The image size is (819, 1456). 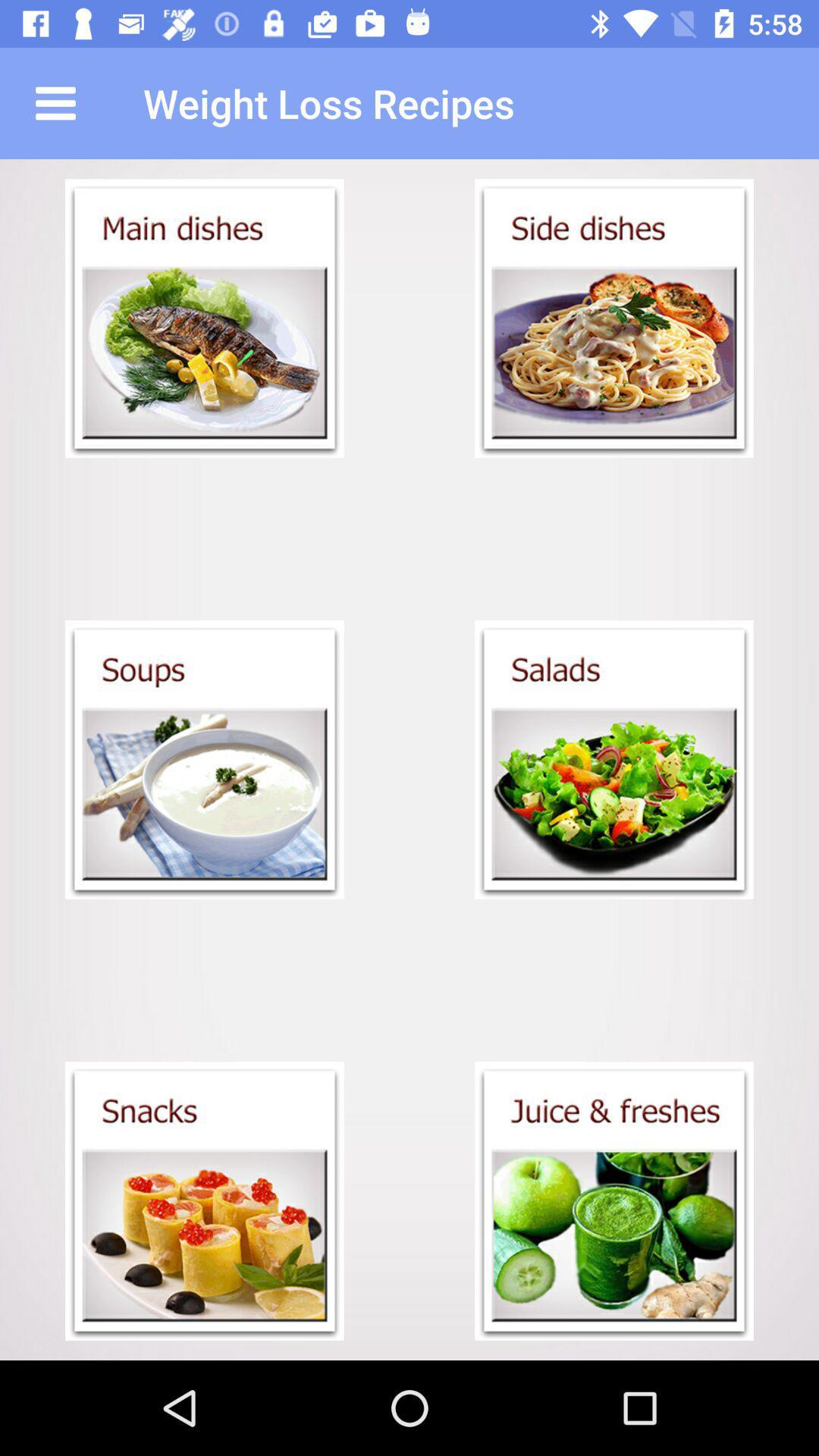 What do you see at coordinates (205, 1200) in the screenshot?
I see `open snacks` at bounding box center [205, 1200].